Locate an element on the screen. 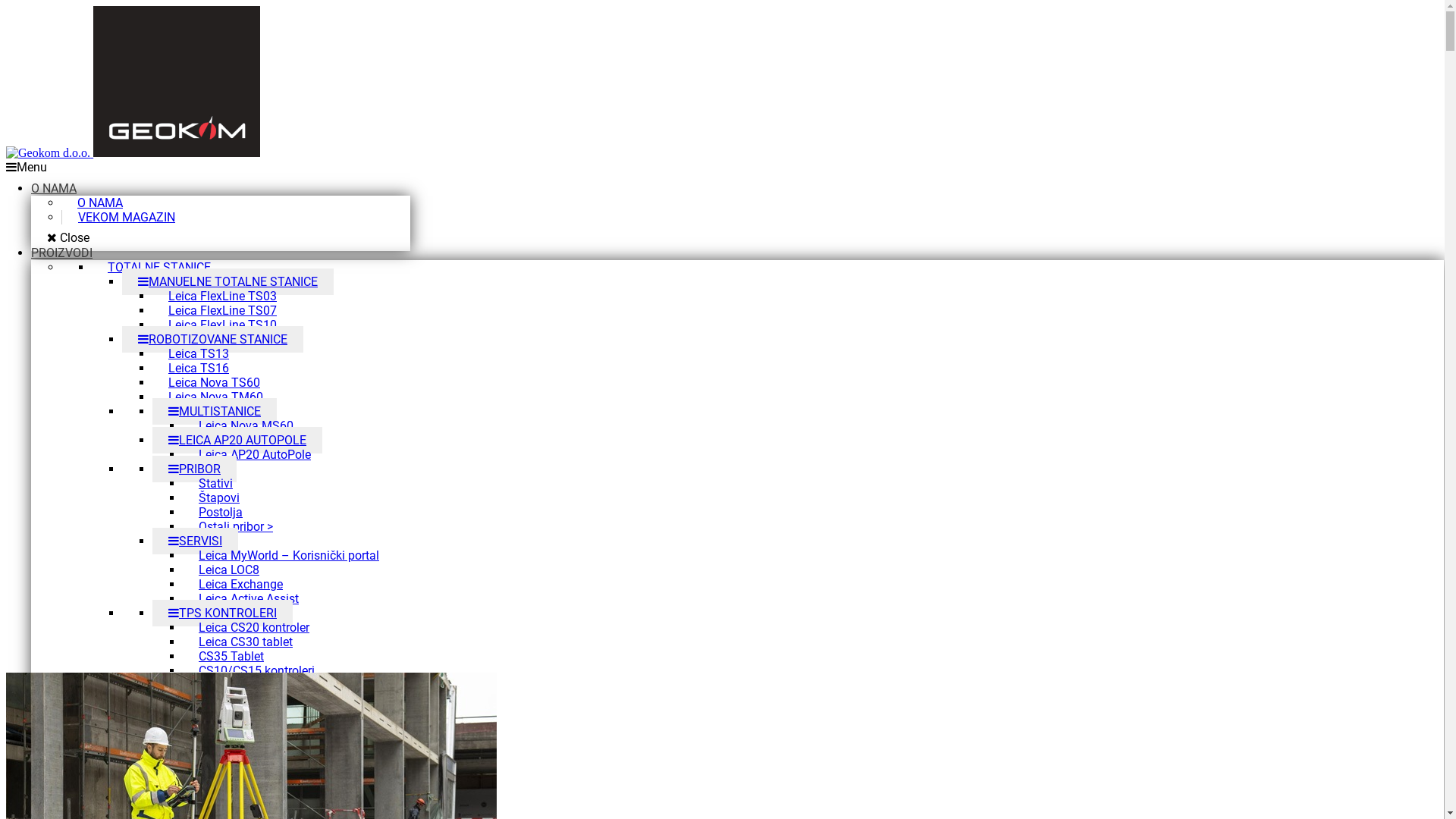 This screenshot has height=819, width=1456. 'Ostali pribor >' is located at coordinates (235, 526).